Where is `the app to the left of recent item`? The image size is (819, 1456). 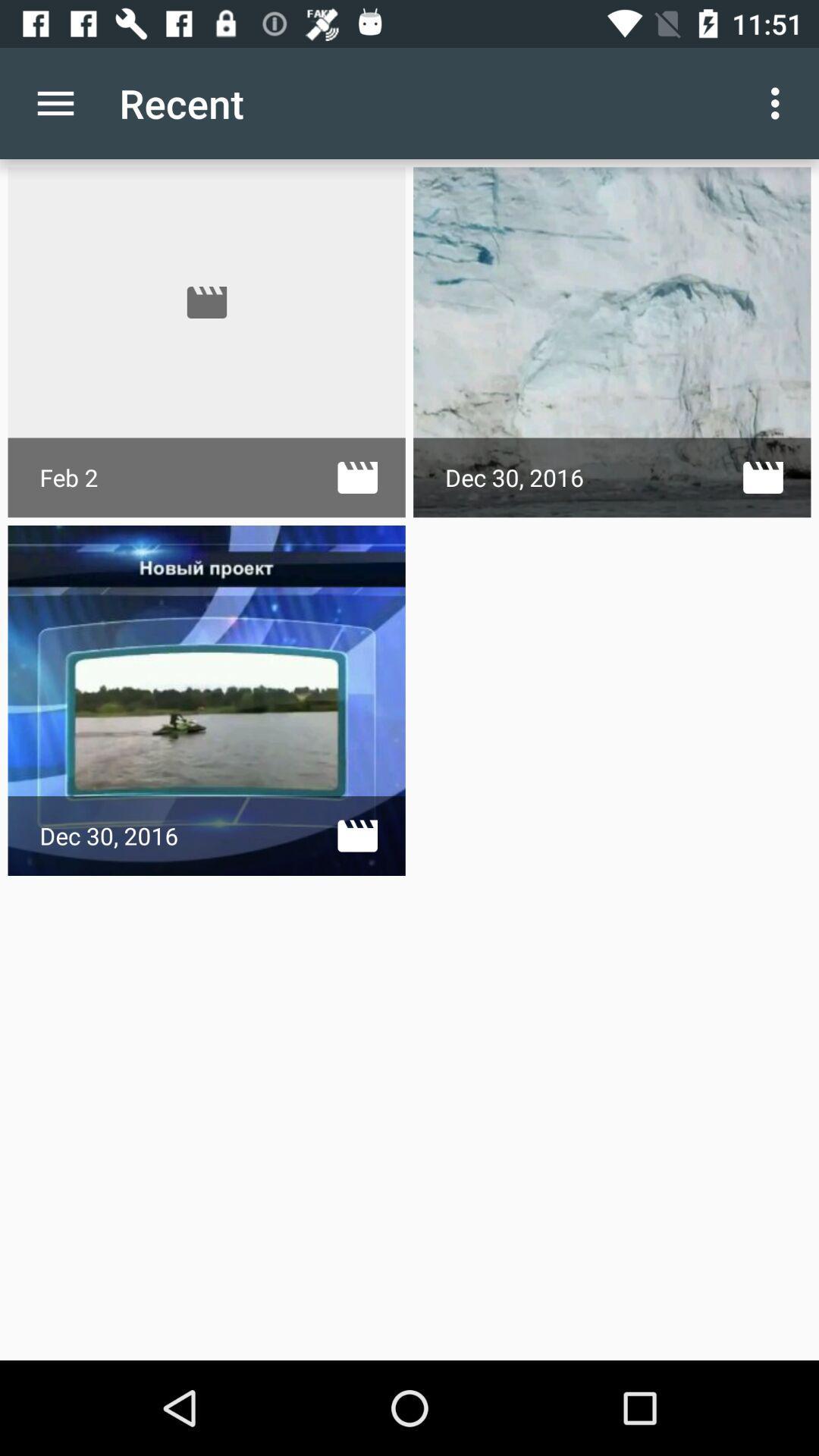
the app to the left of recent item is located at coordinates (55, 102).